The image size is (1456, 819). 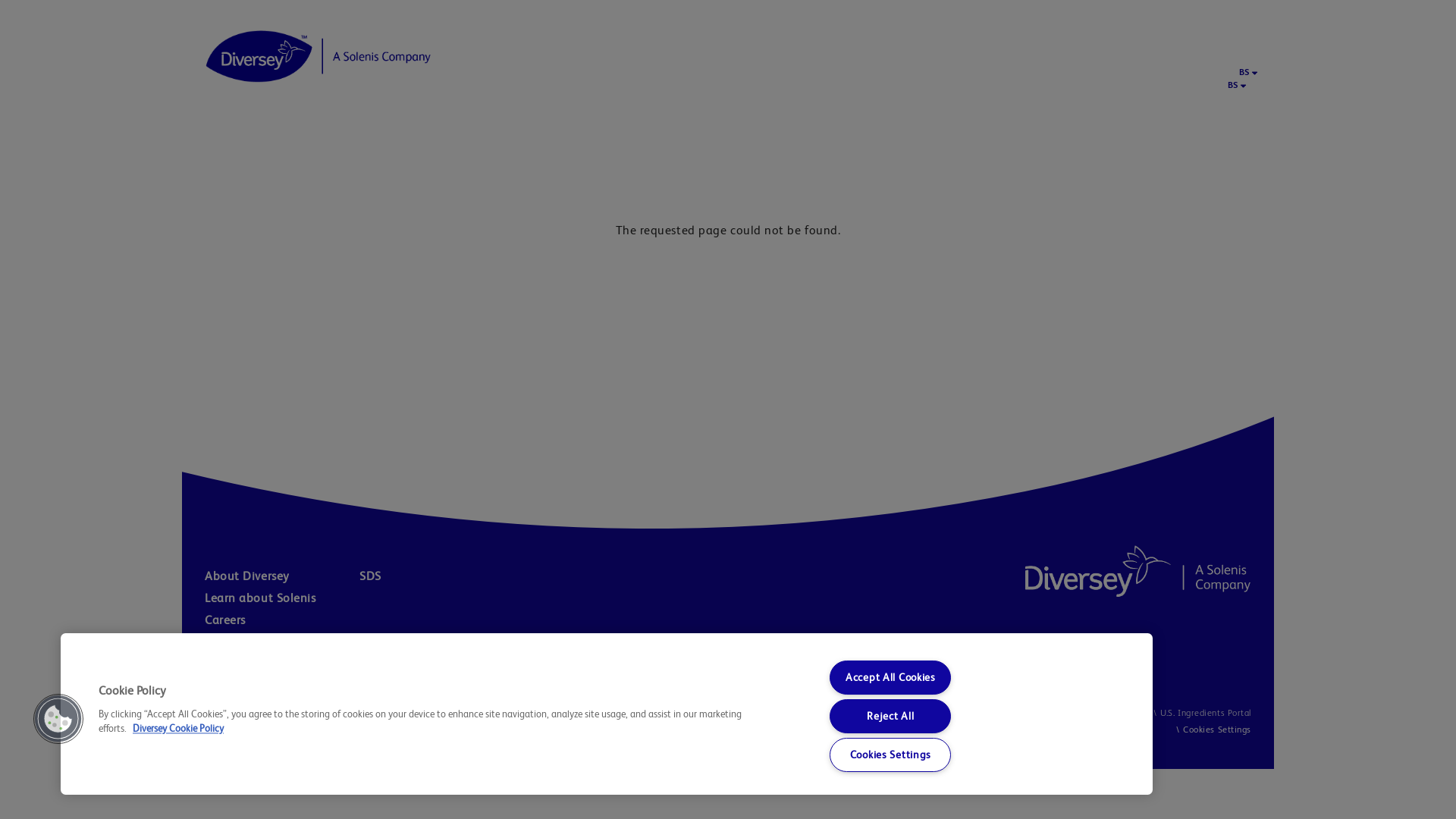 I want to click on 'BS', so click(x=1234, y=85).